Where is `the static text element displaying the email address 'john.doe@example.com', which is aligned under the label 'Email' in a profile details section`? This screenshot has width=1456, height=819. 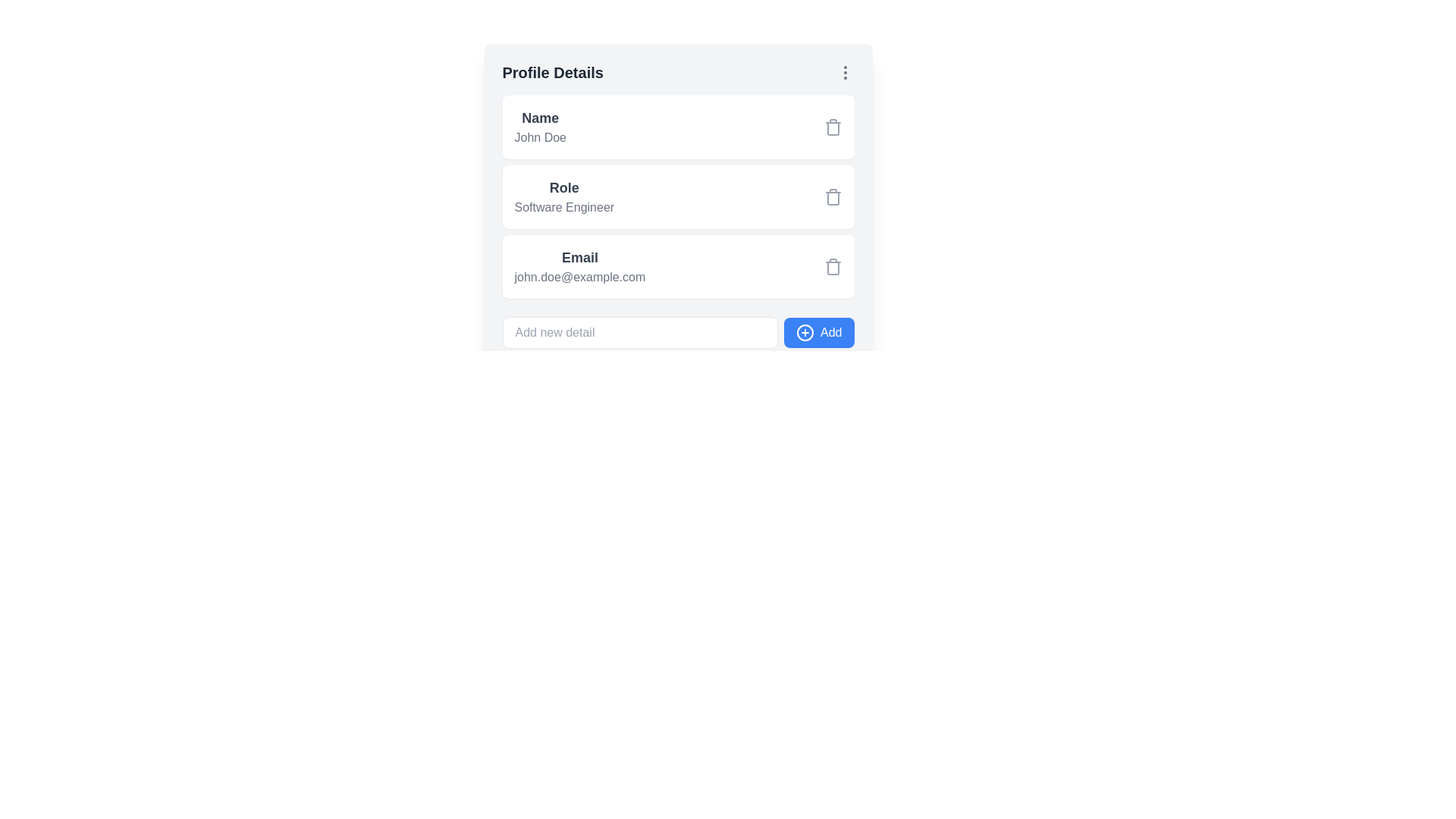
the static text element displaying the email address 'john.doe@example.com', which is aligned under the label 'Email' in a profile details section is located at coordinates (579, 278).